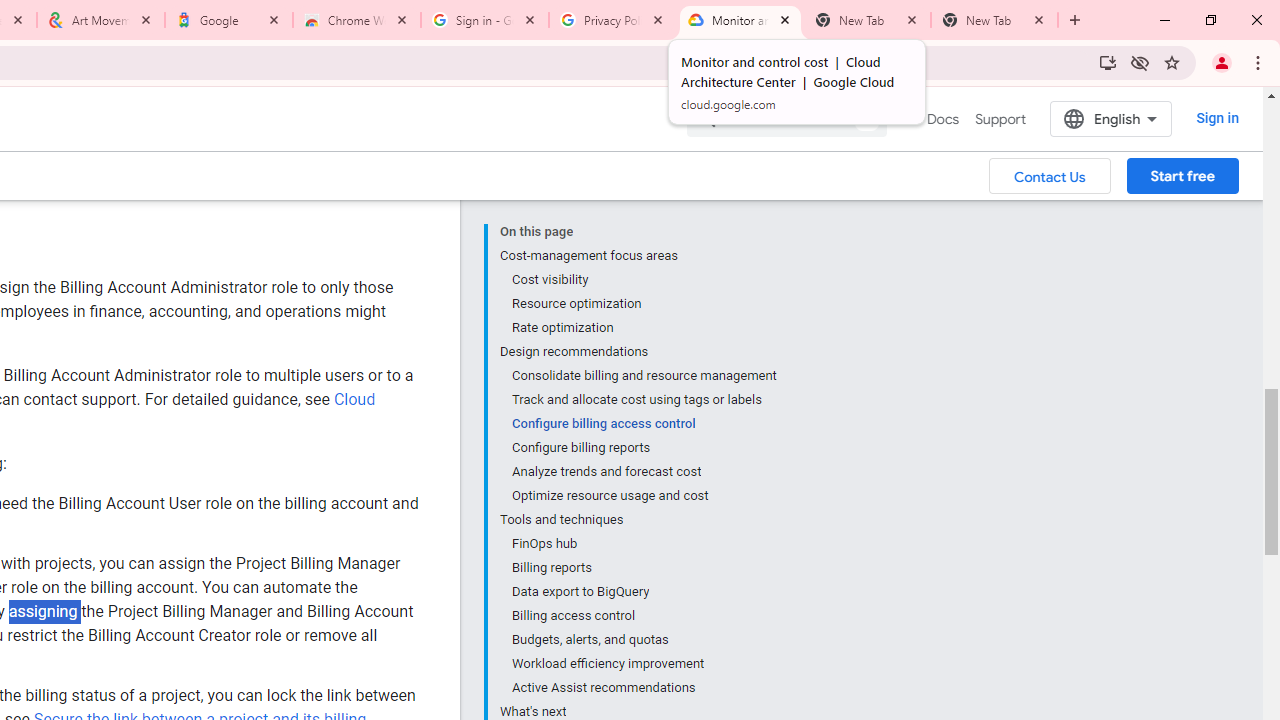 This screenshot has height=720, width=1280. I want to click on 'Tools and techniques', so click(637, 519).